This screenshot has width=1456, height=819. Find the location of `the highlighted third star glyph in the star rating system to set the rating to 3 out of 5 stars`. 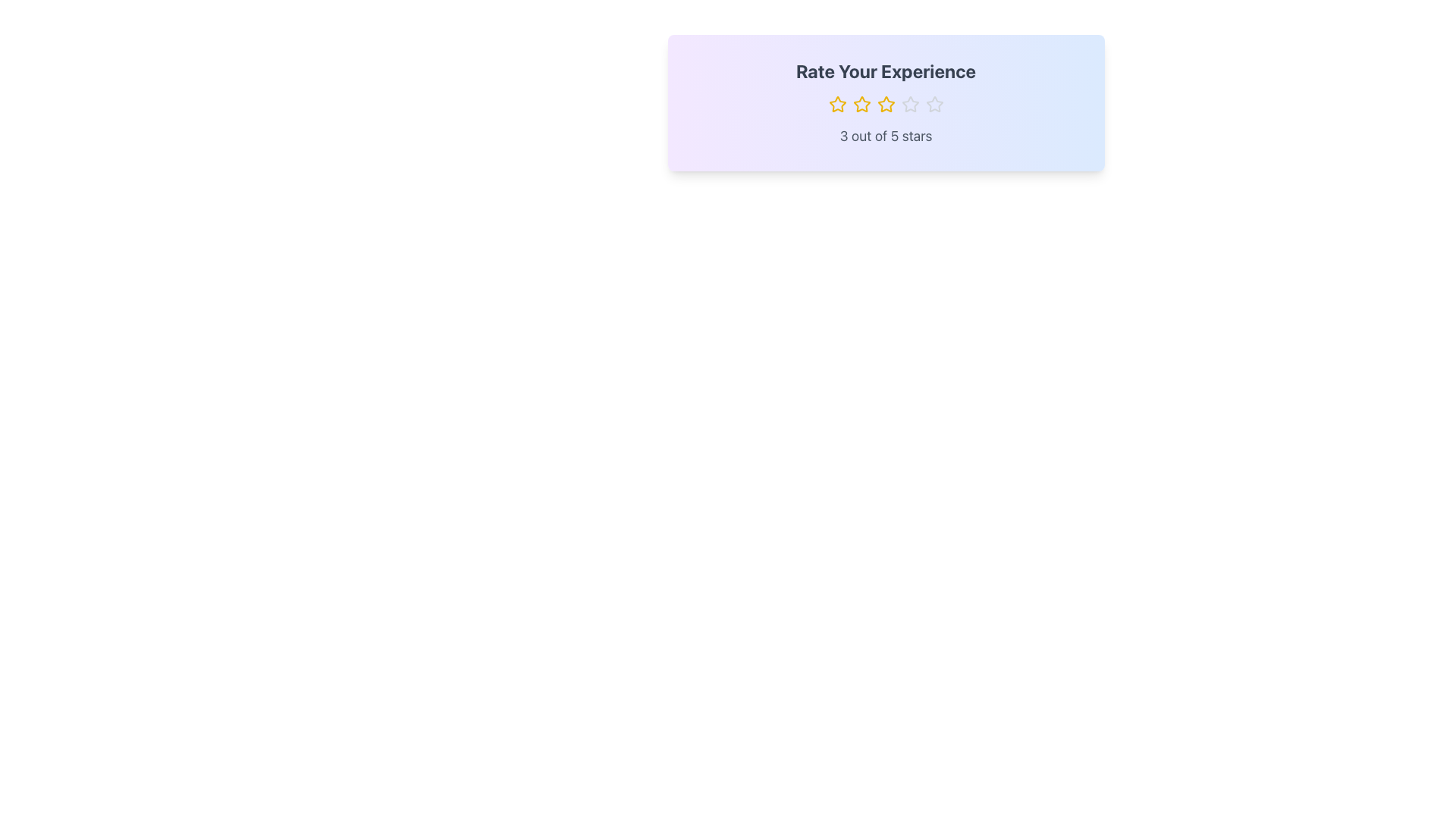

the highlighted third star glyph in the star rating system to set the rating to 3 out of 5 stars is located at coordinates (886, 104).